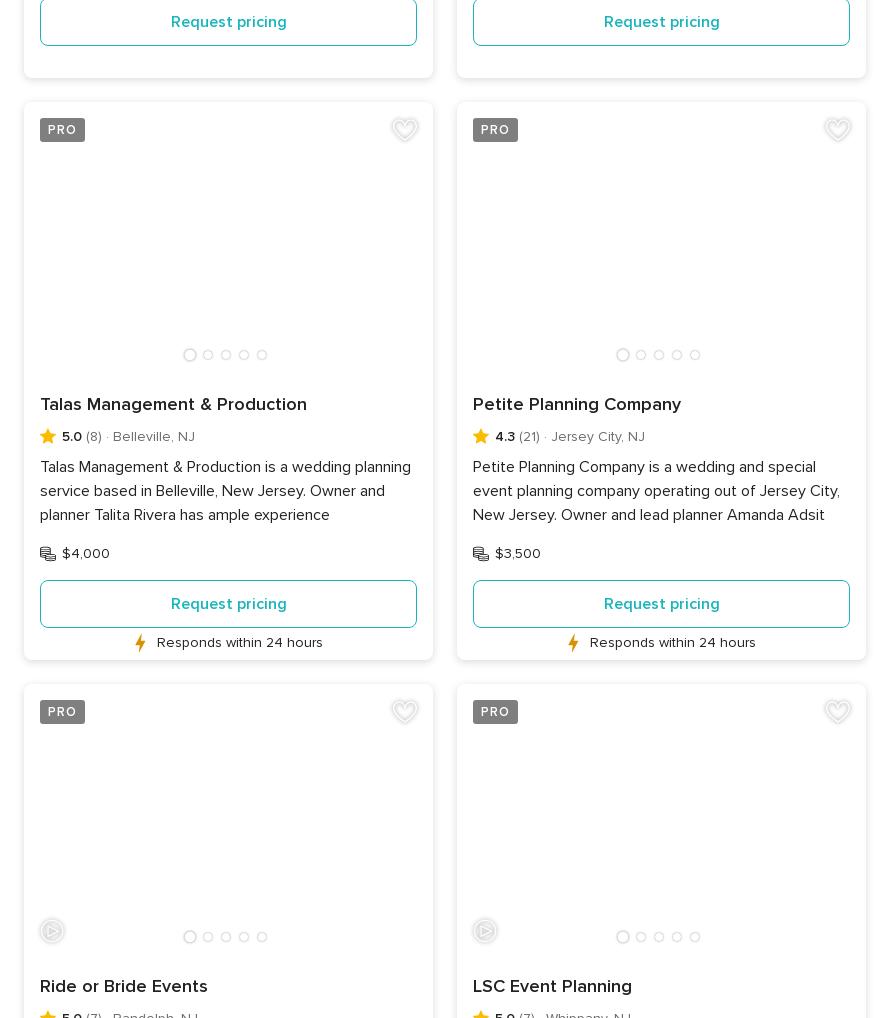 Image resolution: width=890 pixels, height=1018 pixels. What do you see at coordinates (71, 435) in the screenshot?
I see `'5.0'` at bounding box center [71, 435].